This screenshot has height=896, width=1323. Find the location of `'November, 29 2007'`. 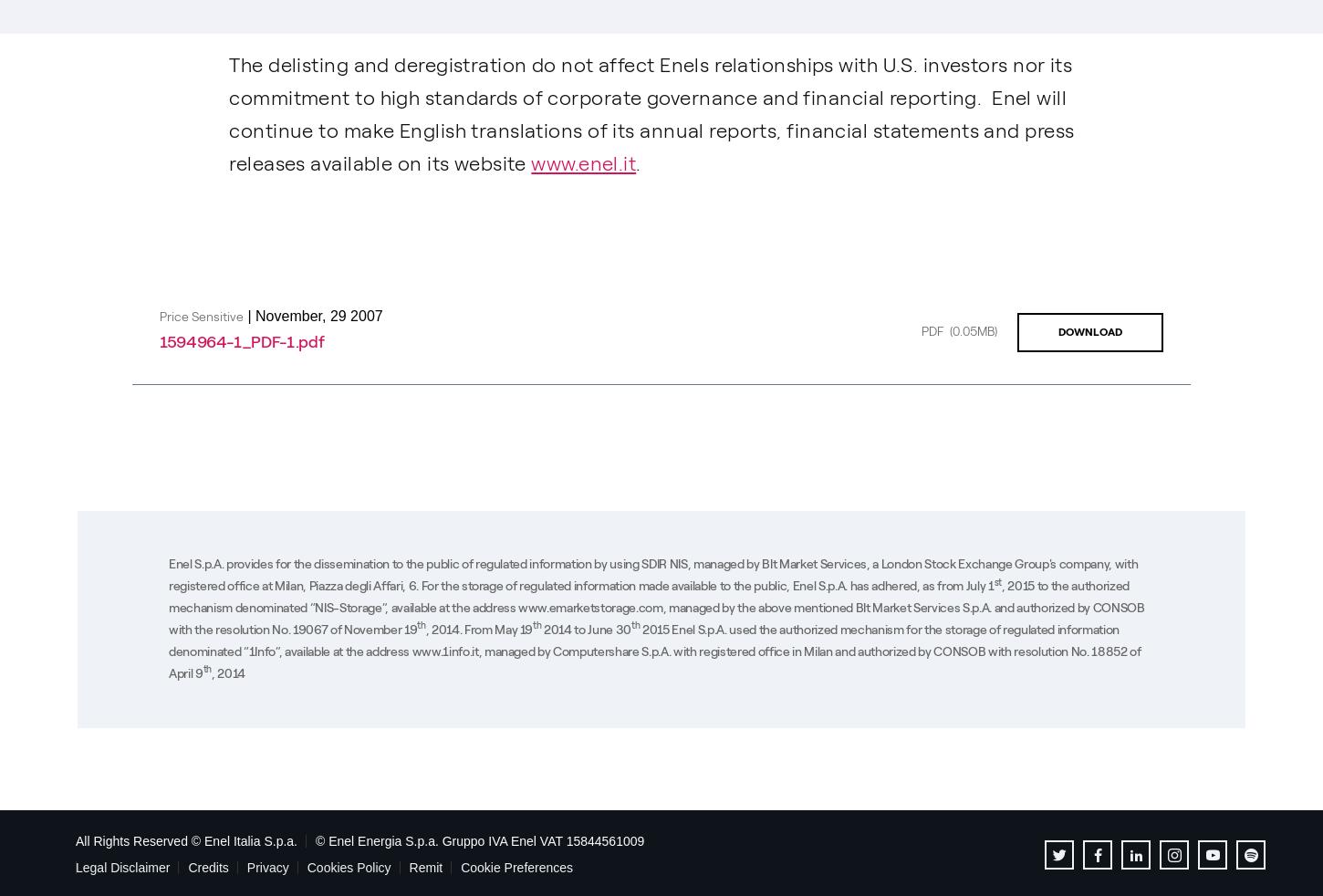

'November, 29 2007' is located at coordinates (318, 314).